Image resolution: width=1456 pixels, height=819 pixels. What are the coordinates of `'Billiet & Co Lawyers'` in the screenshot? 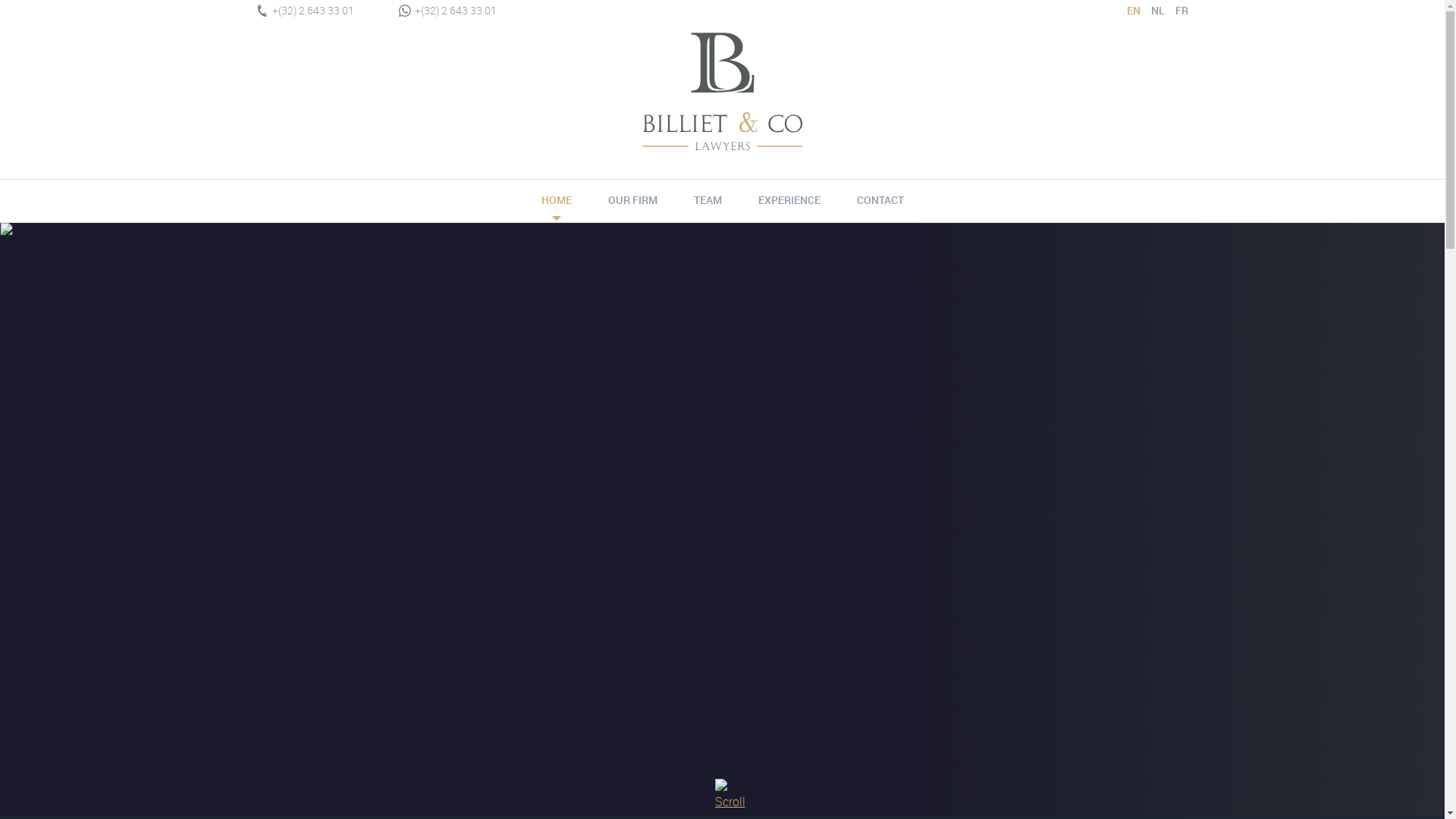 It's located at (720, 95).